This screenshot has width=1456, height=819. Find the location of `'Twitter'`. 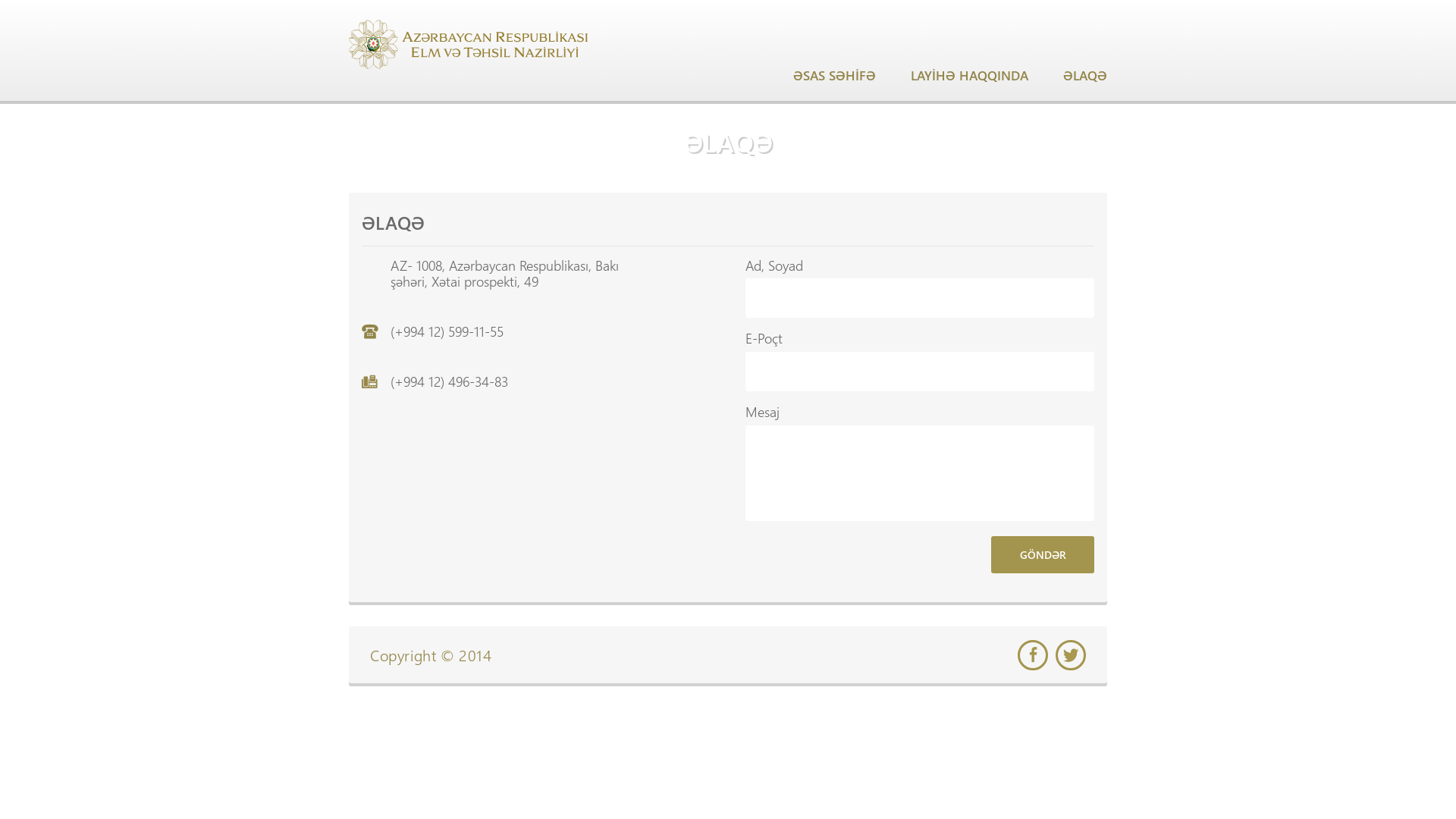

'Twitter' is located at coordinates (1055, 654).